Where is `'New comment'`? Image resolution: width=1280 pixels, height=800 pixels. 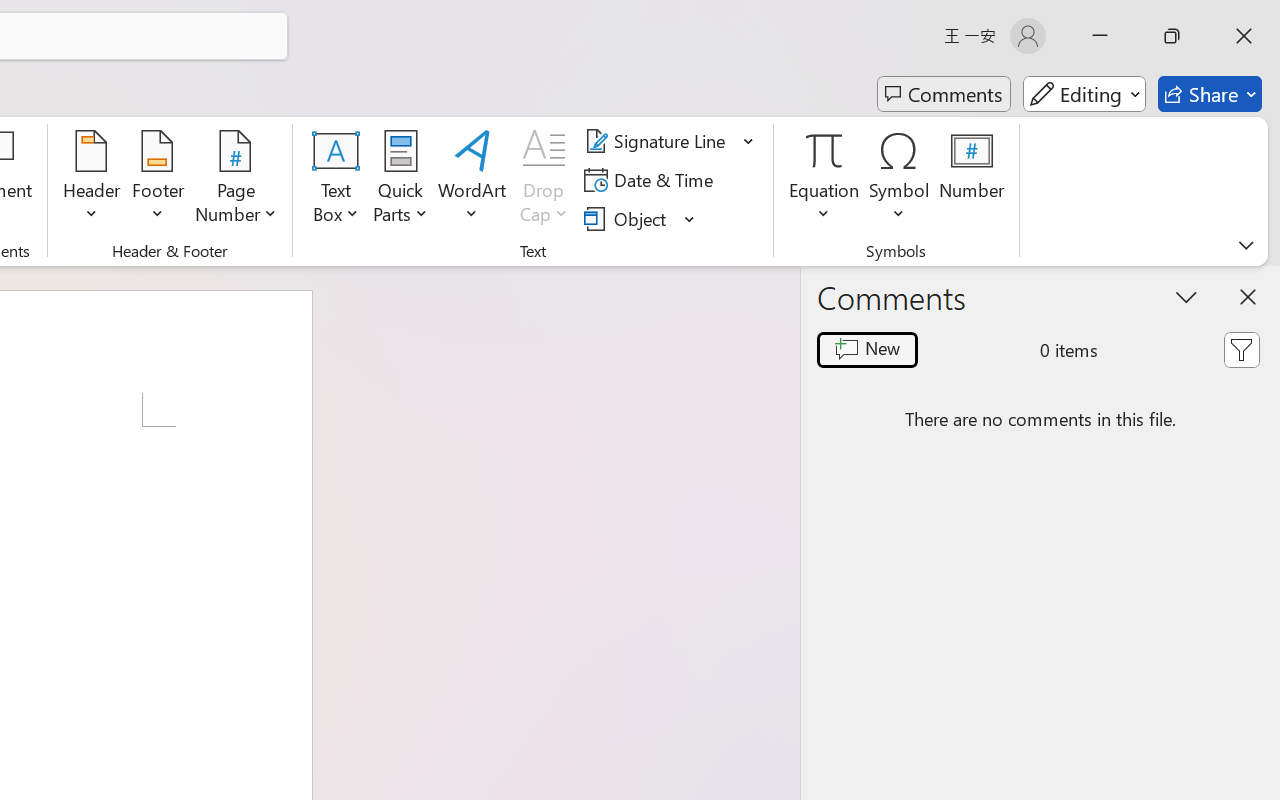 'New comment' is located at coordinates (867, 350).